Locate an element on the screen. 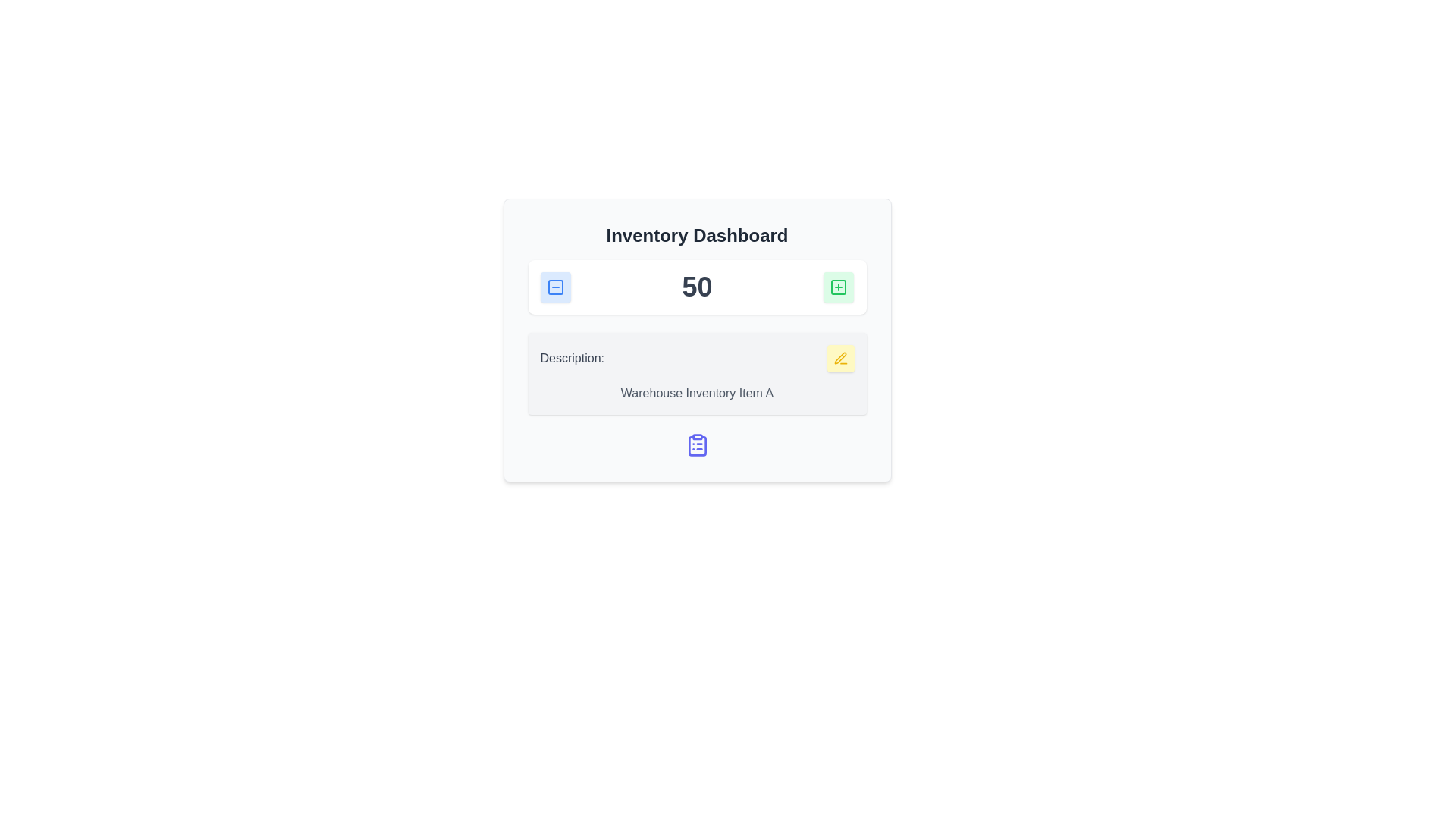 This screenshot has height=819, width=1456. the green-bordered 'add' button with a green cross symbol inside, located on the right side of the 'Inventory Dashboard' interface is located at coordinates (838, 287).